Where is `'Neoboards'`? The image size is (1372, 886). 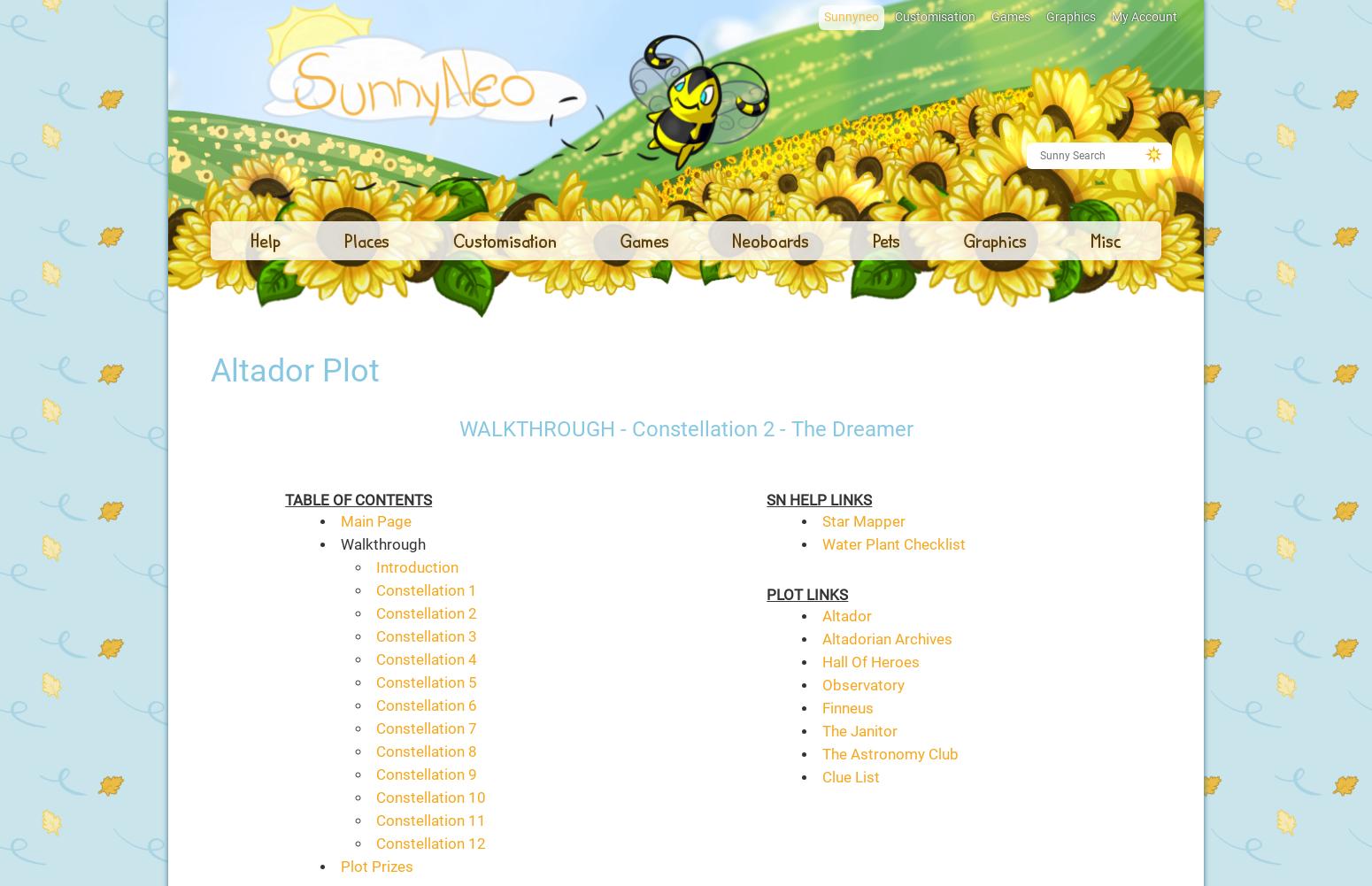 'Neoboards' is located at coordinates (730, 239).